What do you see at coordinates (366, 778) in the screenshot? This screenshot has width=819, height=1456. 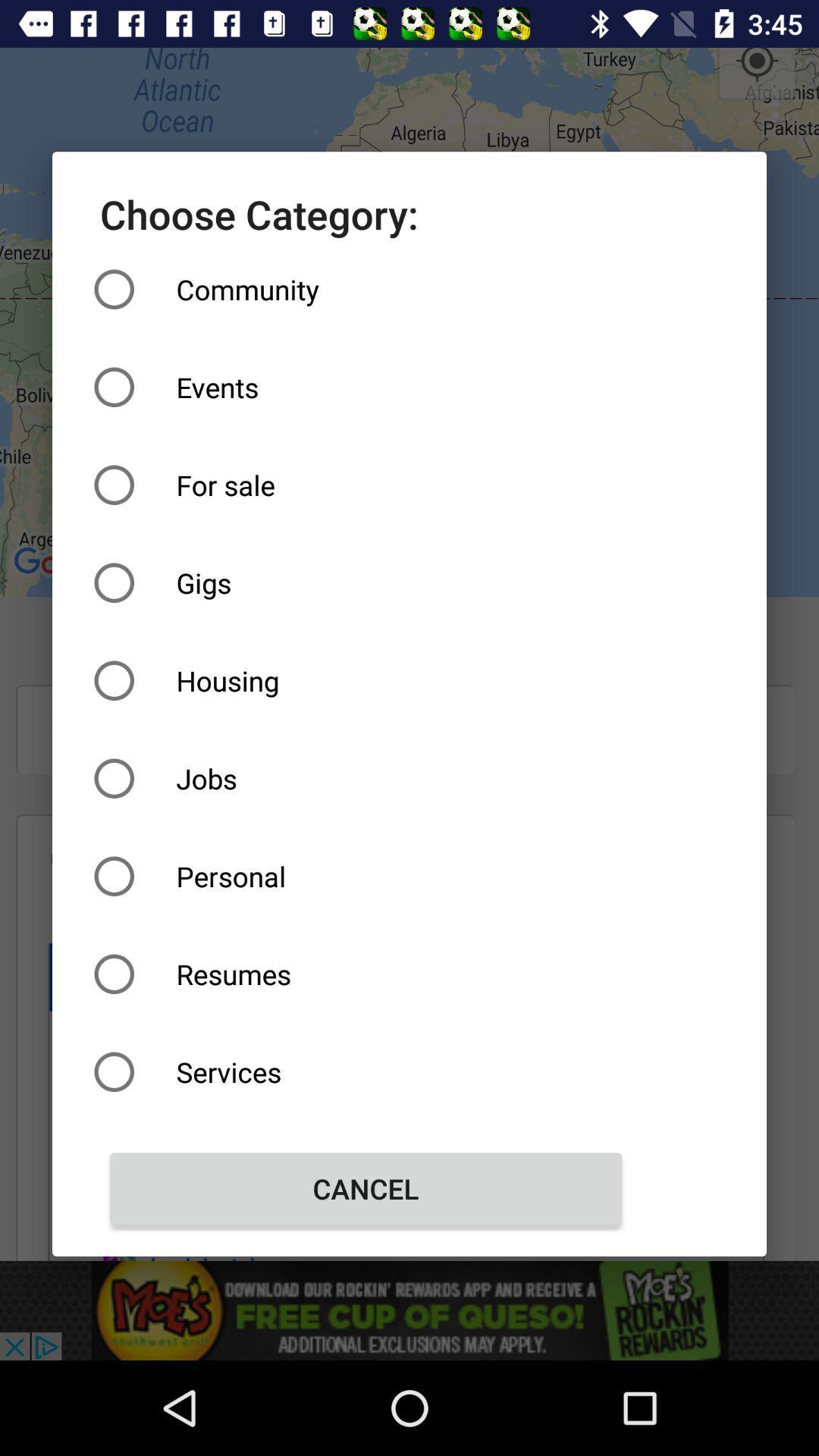 I see `icon below the housing item` at bounding box center [366, 778].